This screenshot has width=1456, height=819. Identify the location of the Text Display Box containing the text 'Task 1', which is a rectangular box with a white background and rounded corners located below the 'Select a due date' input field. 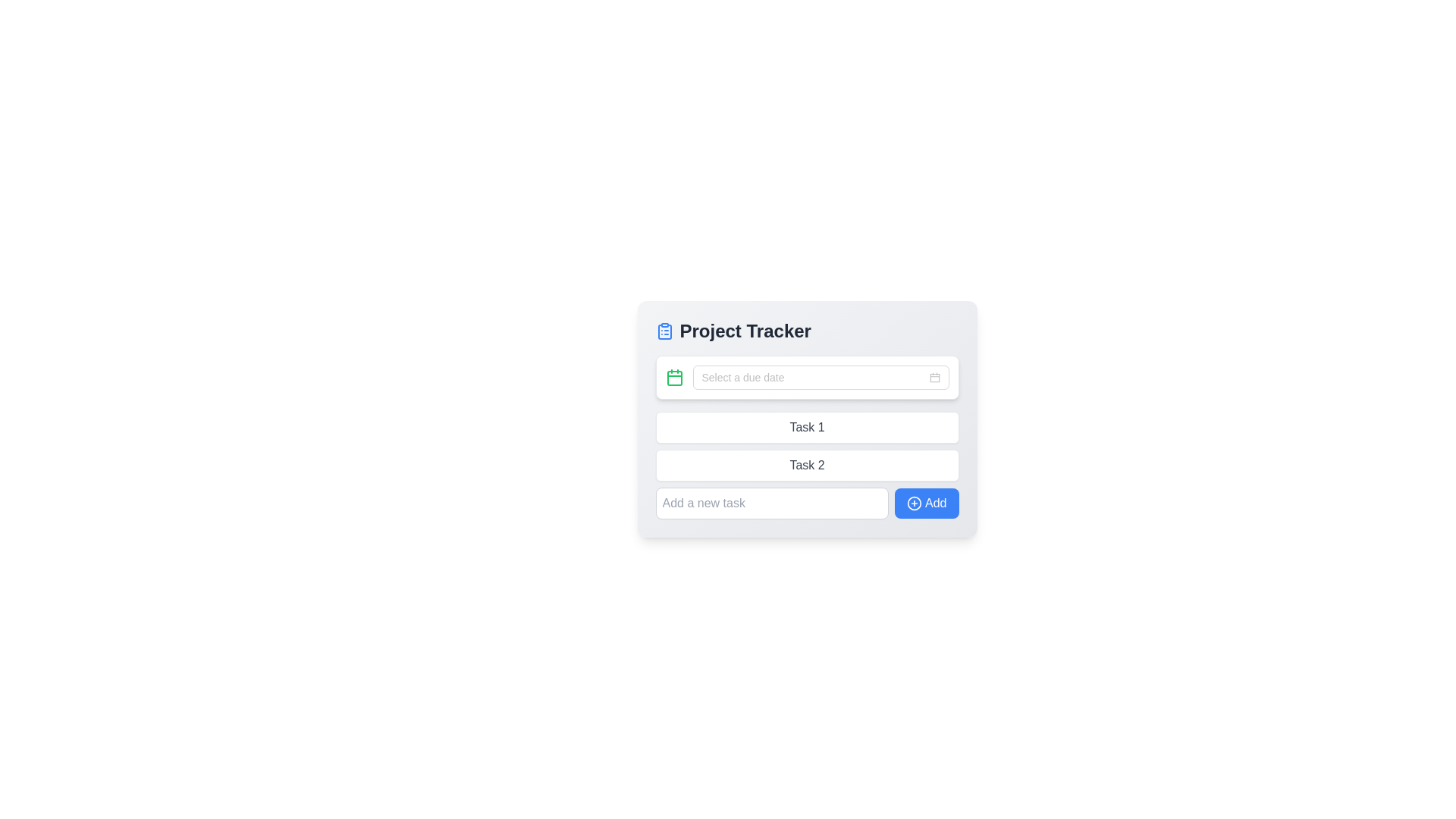
(806, 419).